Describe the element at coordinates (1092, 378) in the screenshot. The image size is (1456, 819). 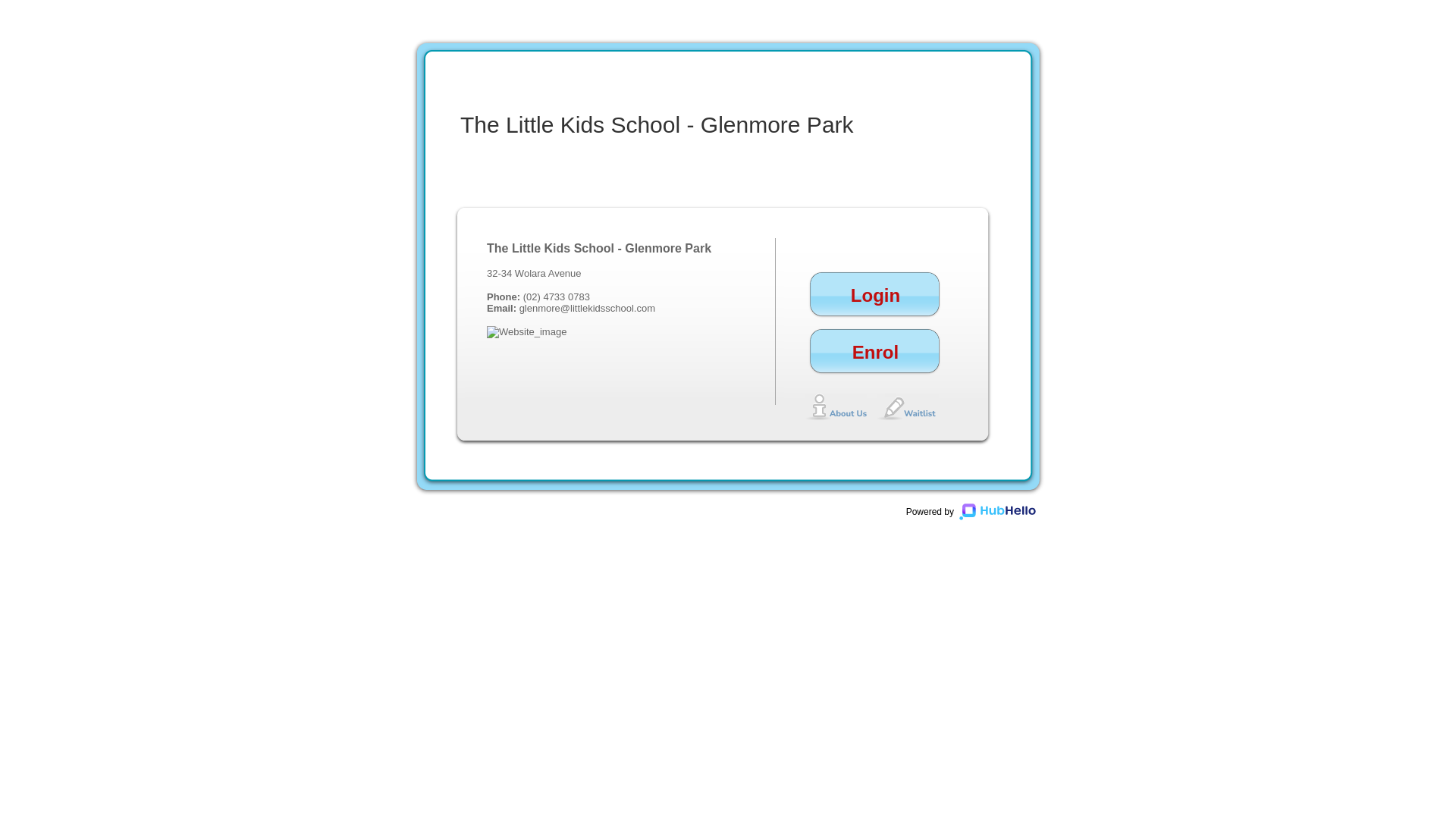
I see `'Back'` at that location.